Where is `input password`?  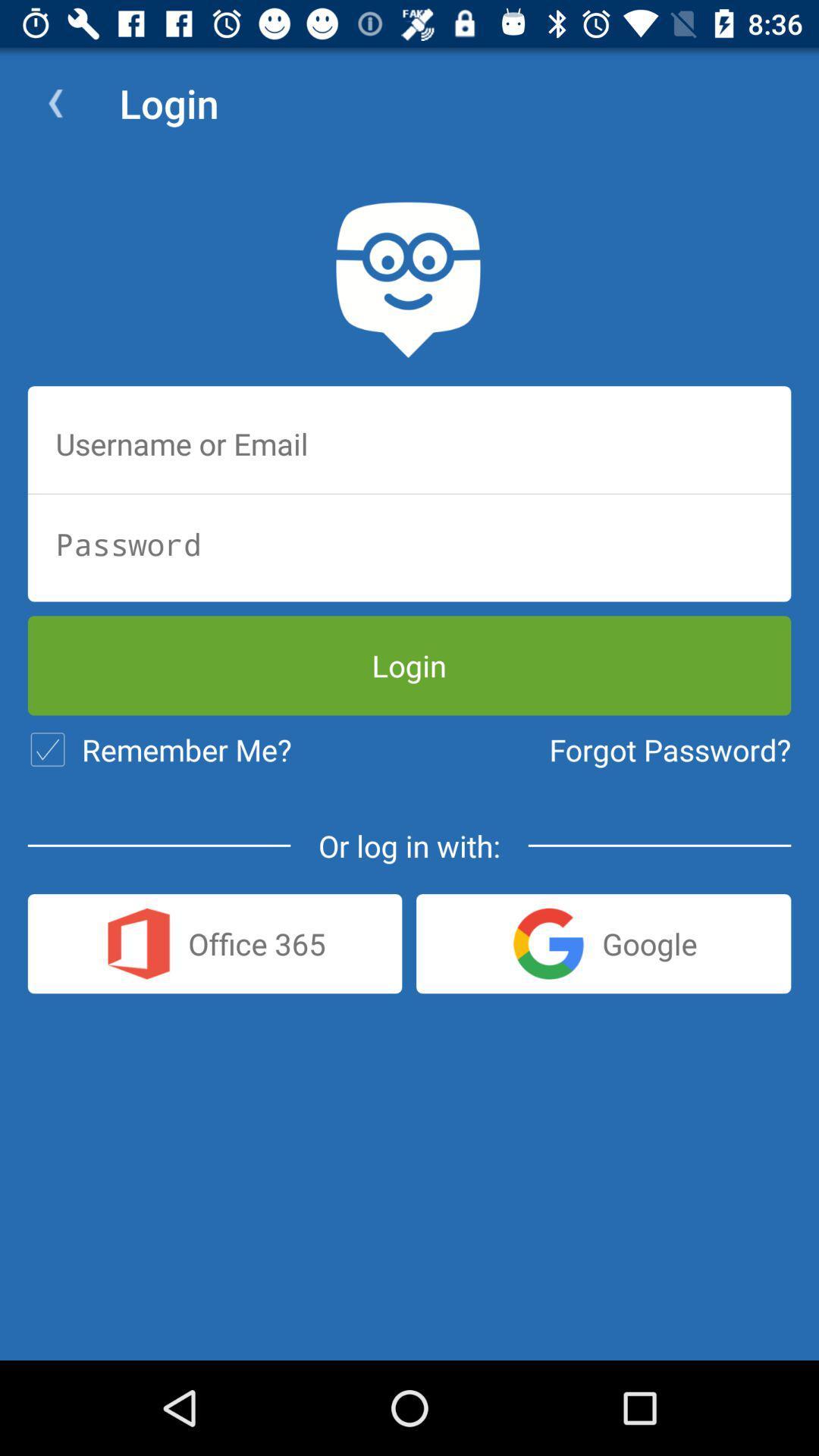
input password is located at coordinates (409, 544).